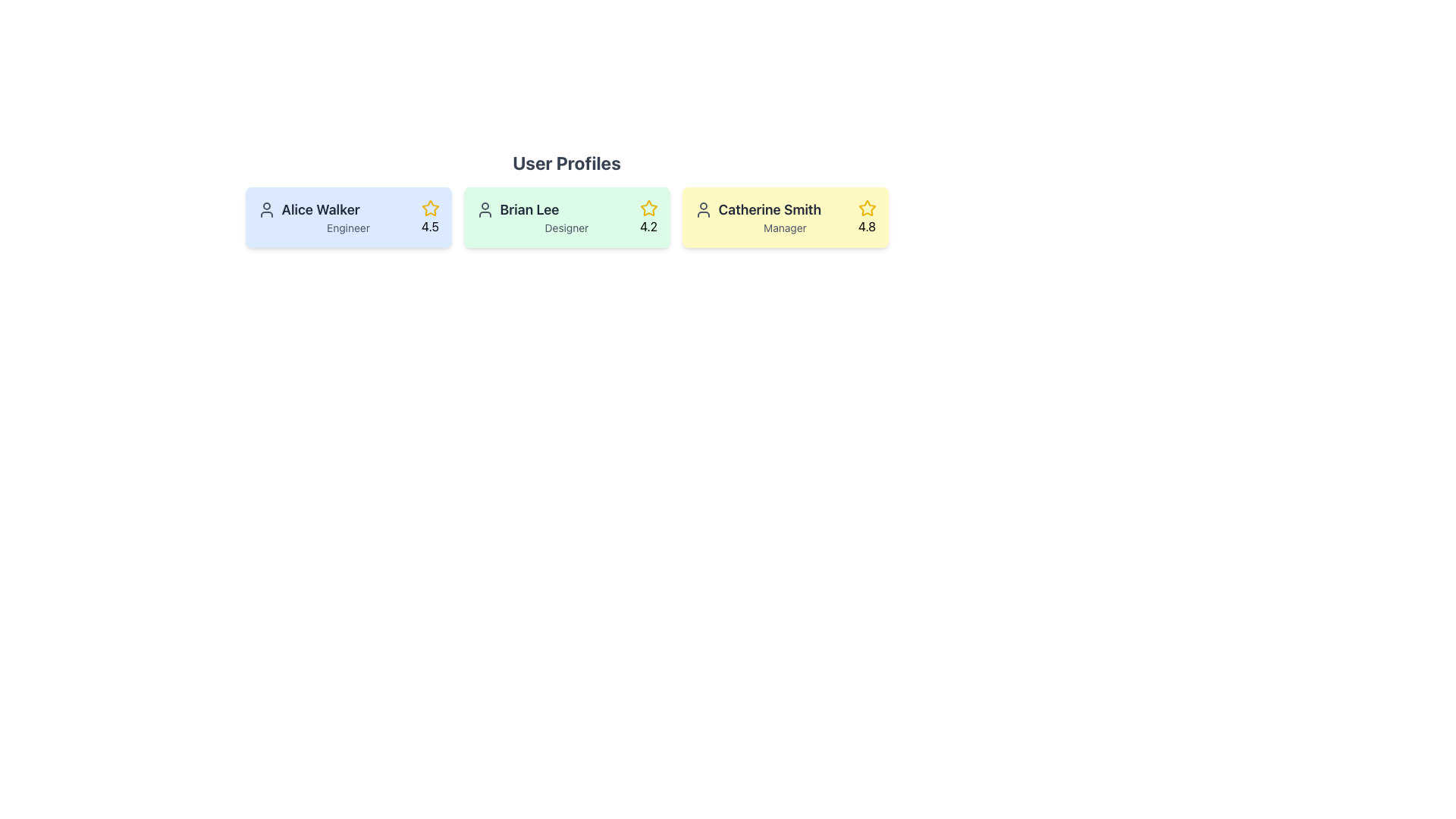 Image resolution: width=1456 pixels, height=819 pixels. What do you see at coordinates (866, 207) in the screenshot?
I see `the star icon located in the third user card for Catherine Smith to interact with the rating` at bounding box center [866, 207].